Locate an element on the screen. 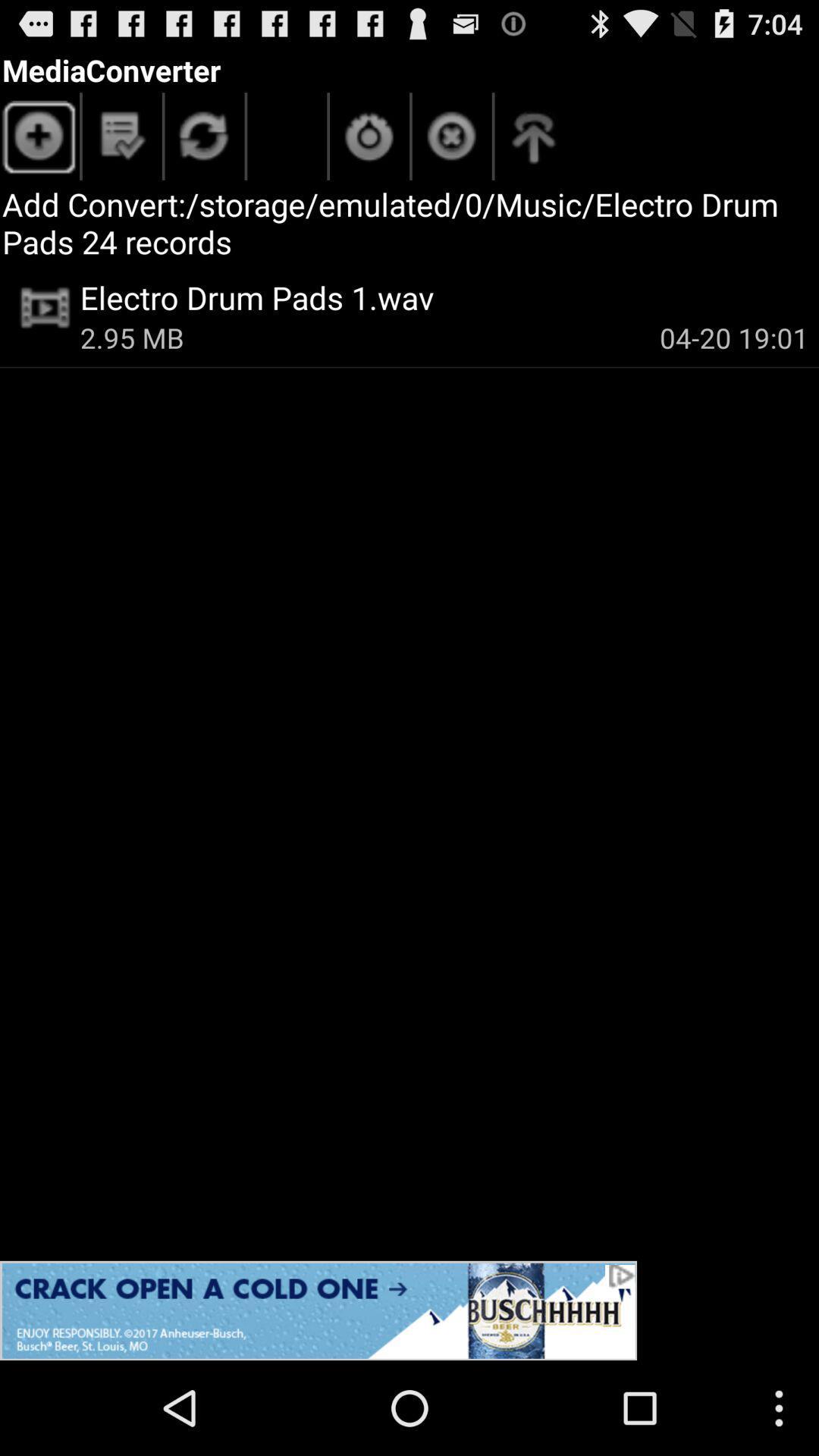 The width and height of the screenshot is (819, 1456). data is located at coordinates (205, 140).